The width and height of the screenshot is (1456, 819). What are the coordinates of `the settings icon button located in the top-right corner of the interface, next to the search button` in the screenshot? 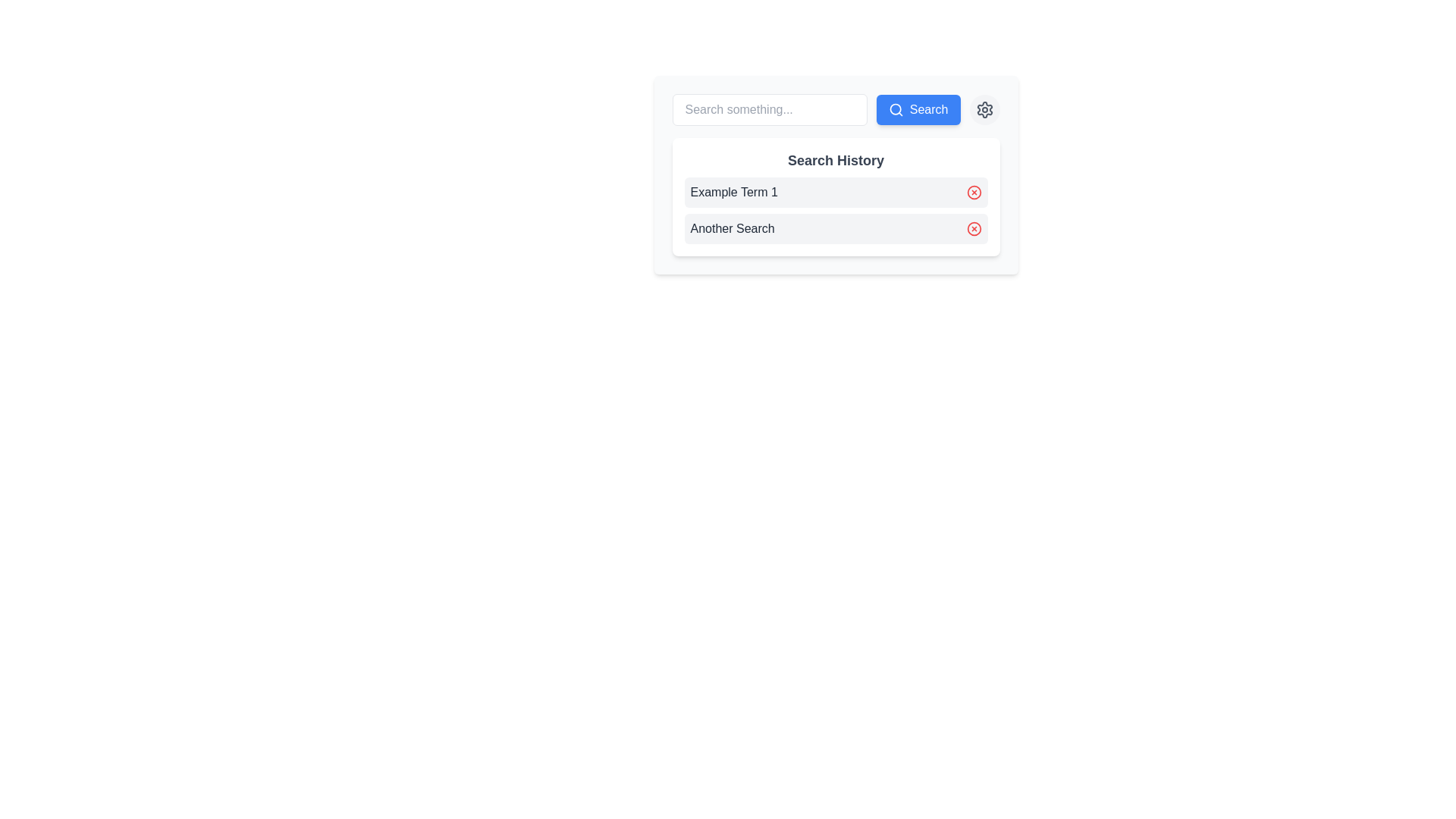 It's located at (984, 109).